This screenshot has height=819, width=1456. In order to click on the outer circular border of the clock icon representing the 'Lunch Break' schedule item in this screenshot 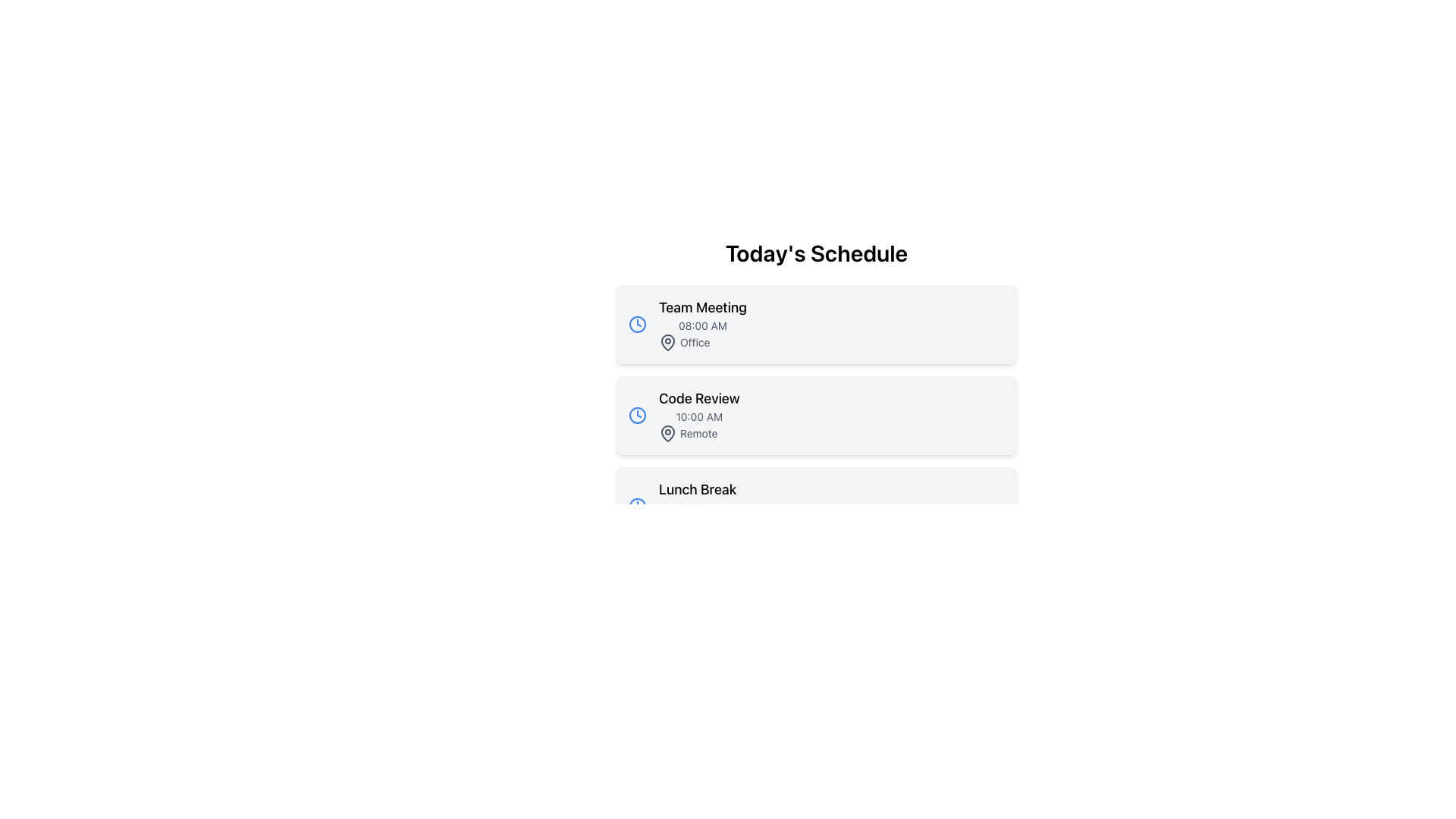, I will do `click(637, 506)`.